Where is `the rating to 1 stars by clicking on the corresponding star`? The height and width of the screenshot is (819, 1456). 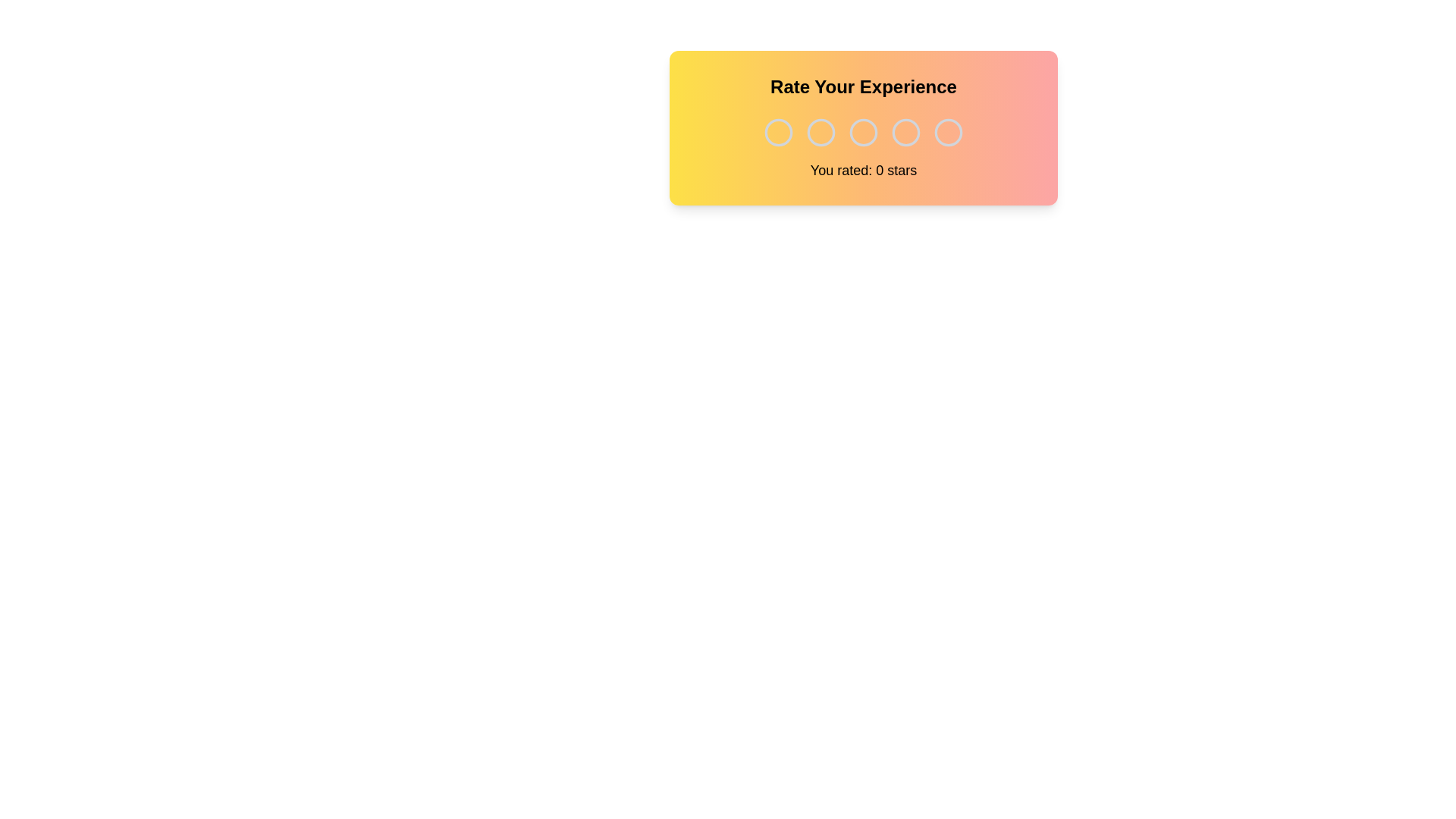 the rating to 1 stars by clicking on the corresponding star is located at coordinates (779, 131).